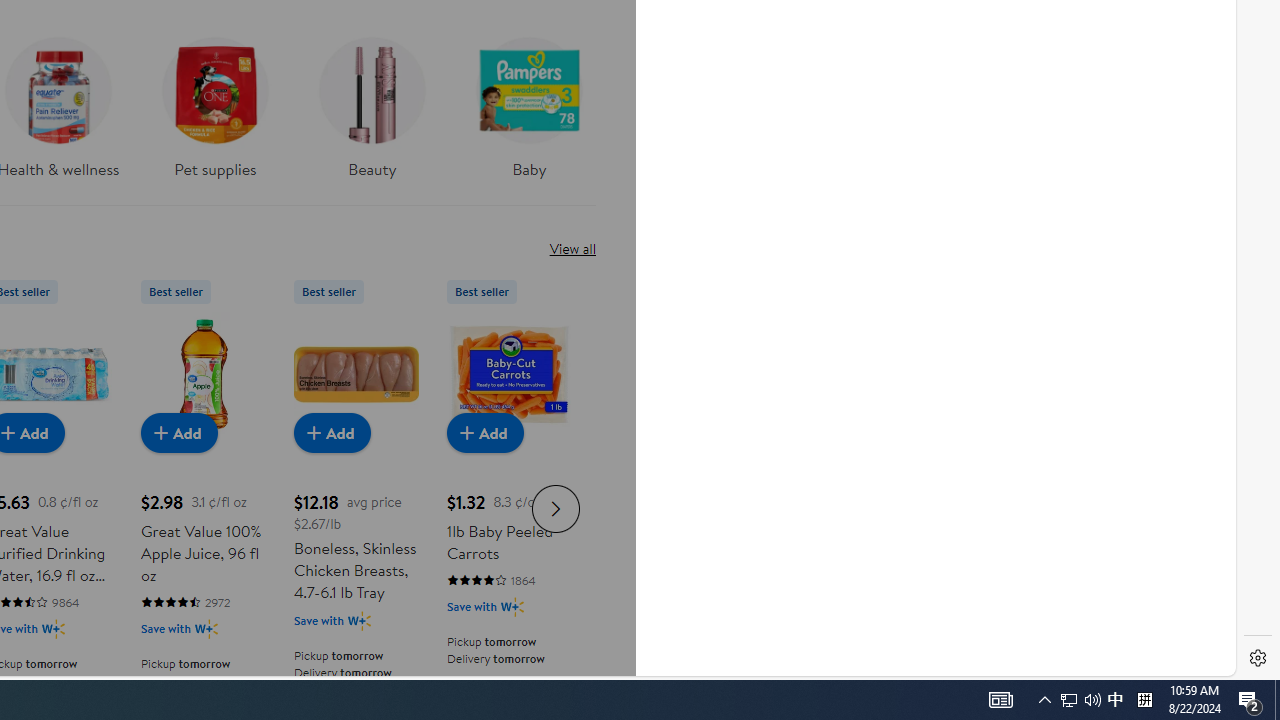 Image resolution: width=1280 pixels, height=720 pixels. What do you see at coordinates (509, 374) in the screenshot?
I see `'1lb Baby Peeled Carrots'` at bounding box center [509, 374].